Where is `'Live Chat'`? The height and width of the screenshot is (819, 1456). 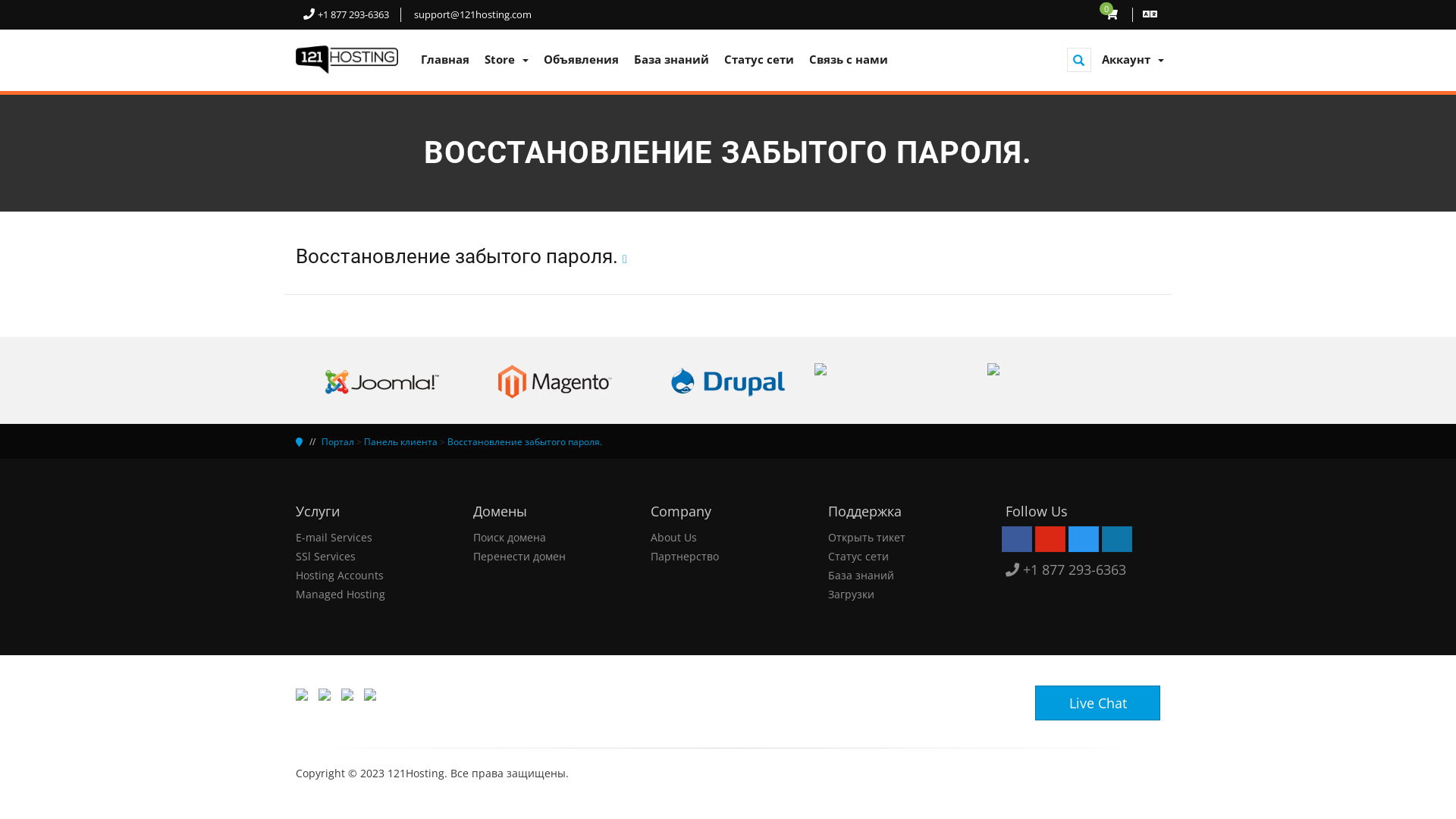
'Live Chat' is located at coordinates (1097, 702).